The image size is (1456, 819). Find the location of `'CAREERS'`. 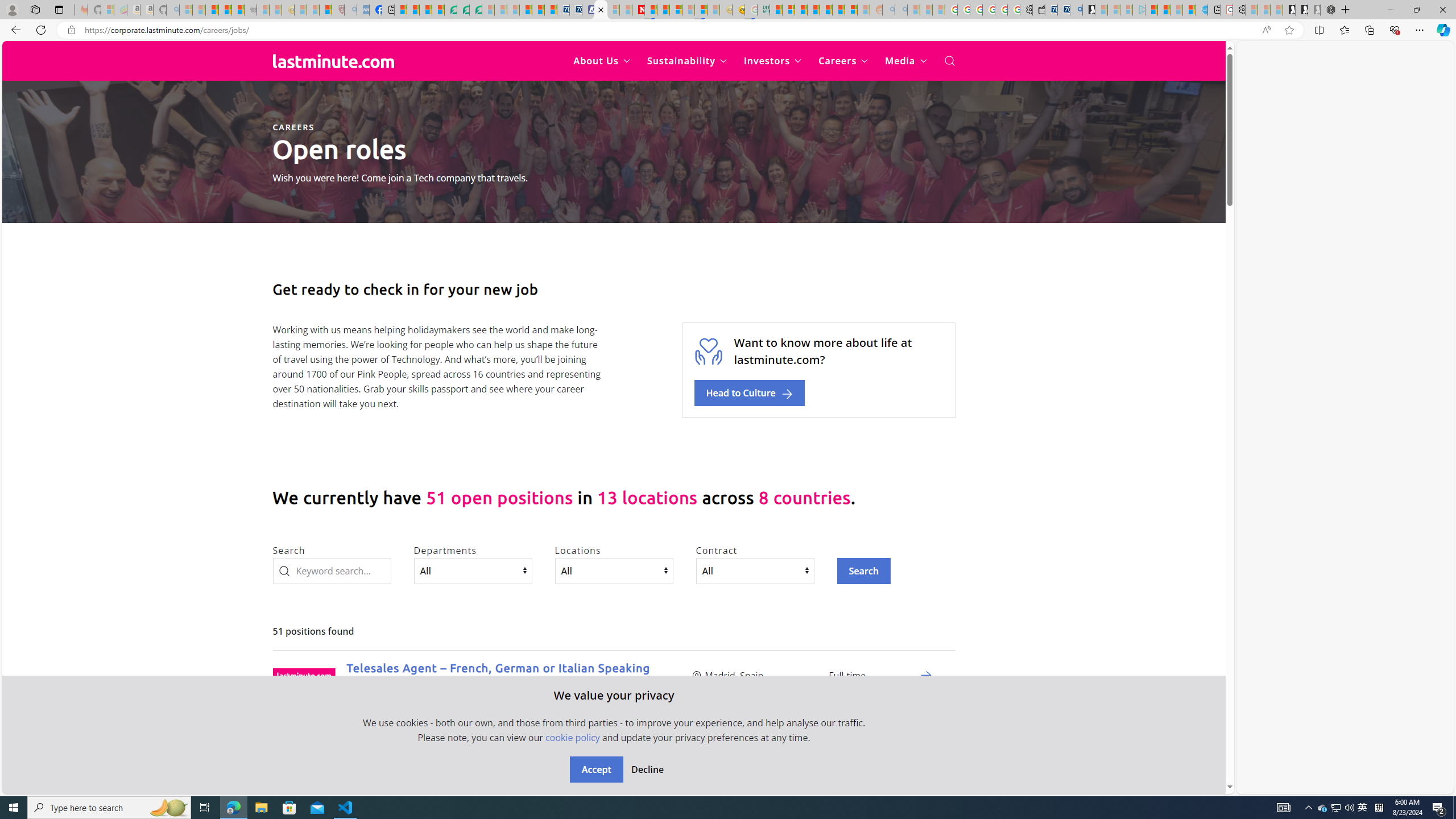

'CAREERS' is located at coordinates (292, 126).